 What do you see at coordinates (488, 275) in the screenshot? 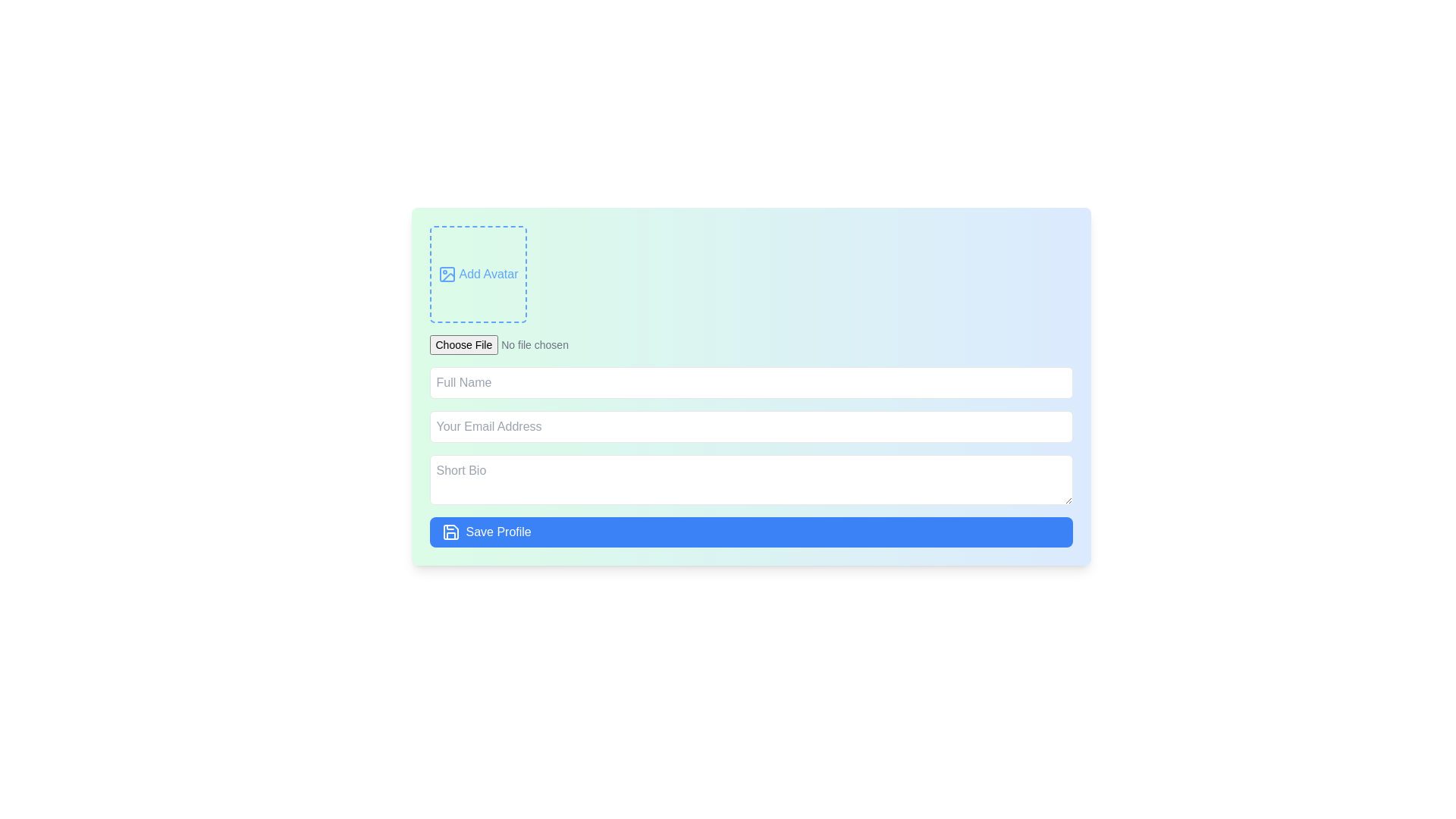
I see `the static text label displaying 'Add Avatar' which is located inside a dashed bordered box next to an image icon` at bounding box center [488, 275].